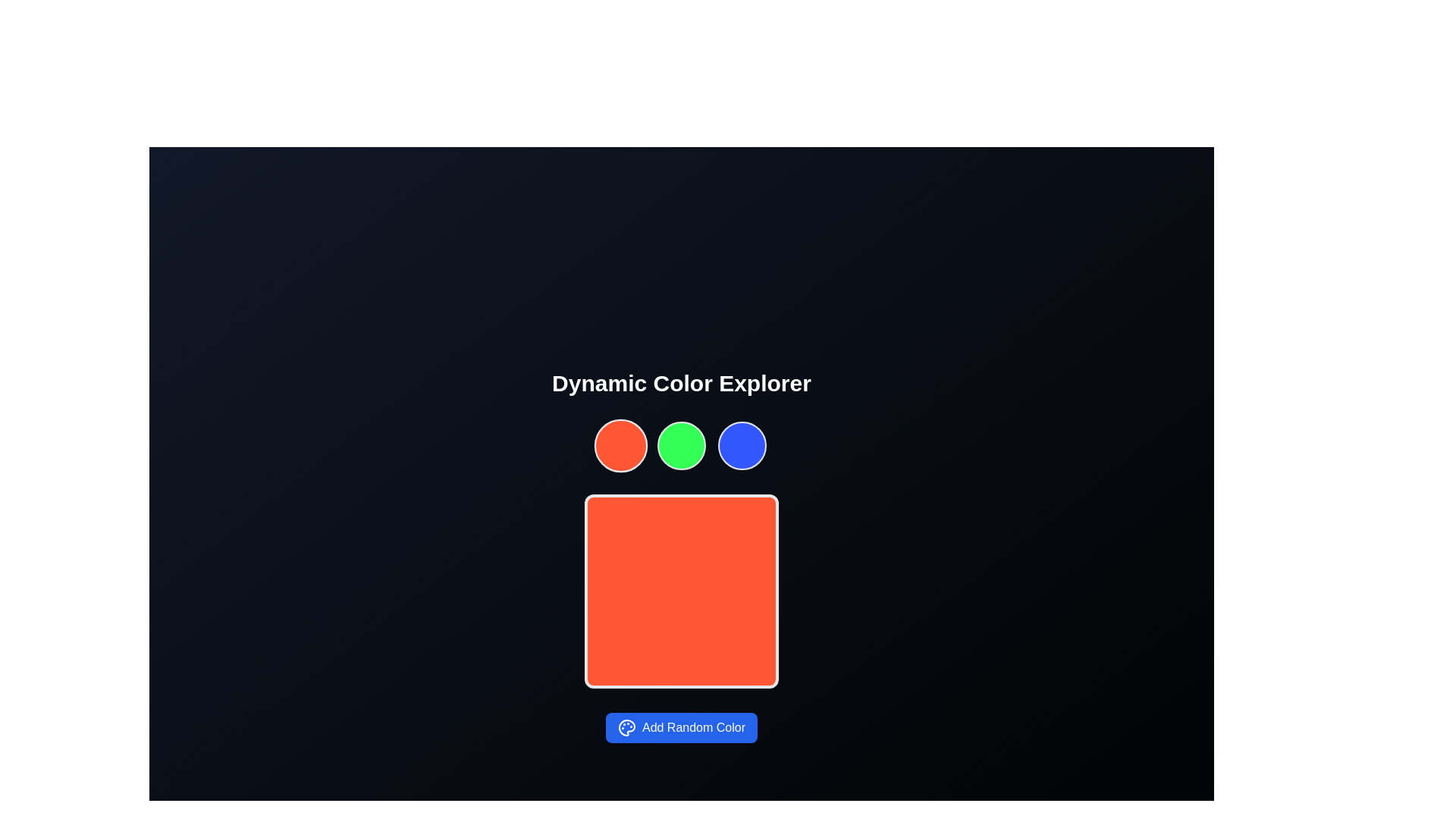  What do you see at coordinates (621, 444) in the screenshot?
I see `the first interactive circular button with a red fill and white border, located centrally below the 'Dynamic Color Explorer' heading` at bounding box center [621, 444].